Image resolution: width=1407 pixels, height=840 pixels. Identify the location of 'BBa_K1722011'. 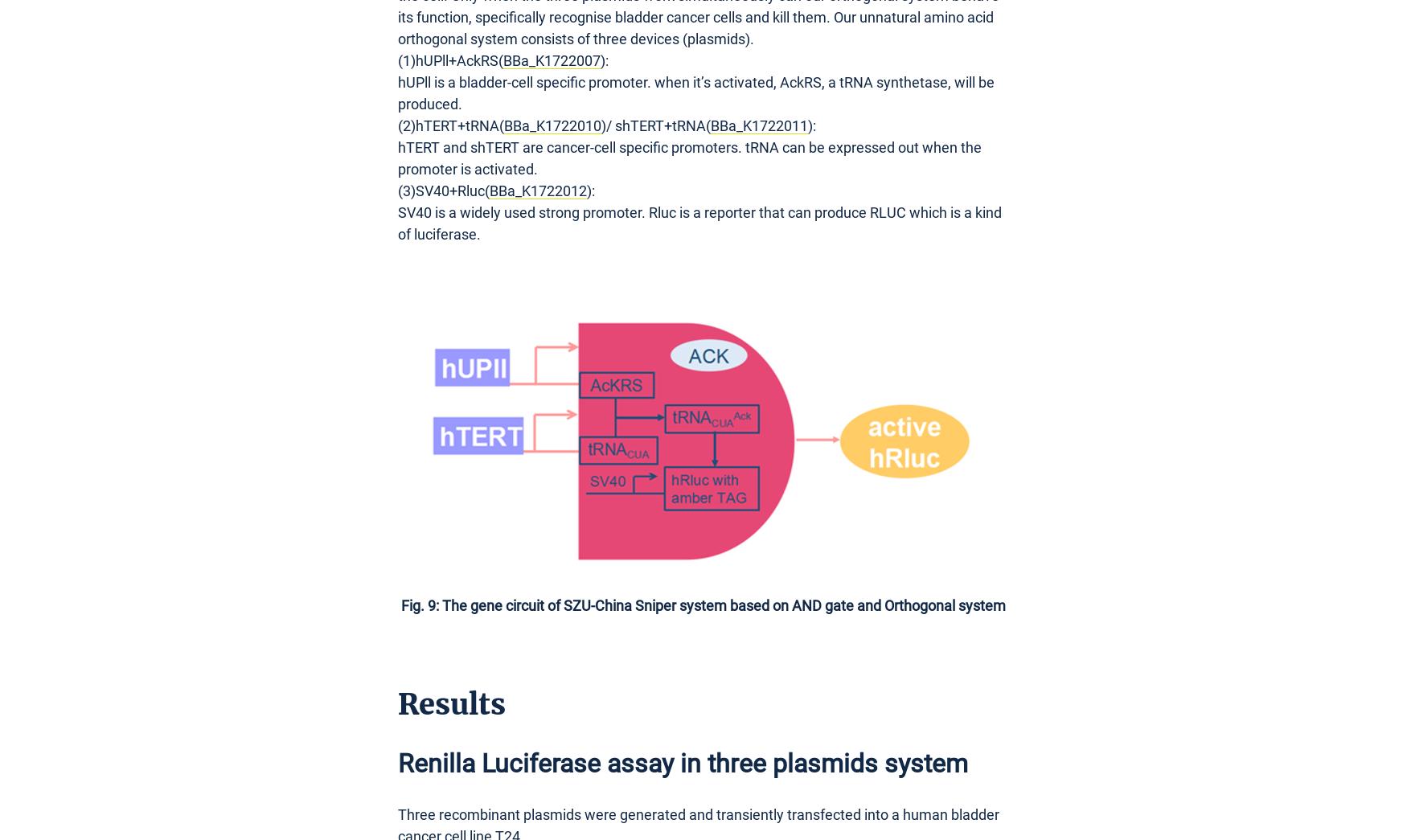
(759, 124).